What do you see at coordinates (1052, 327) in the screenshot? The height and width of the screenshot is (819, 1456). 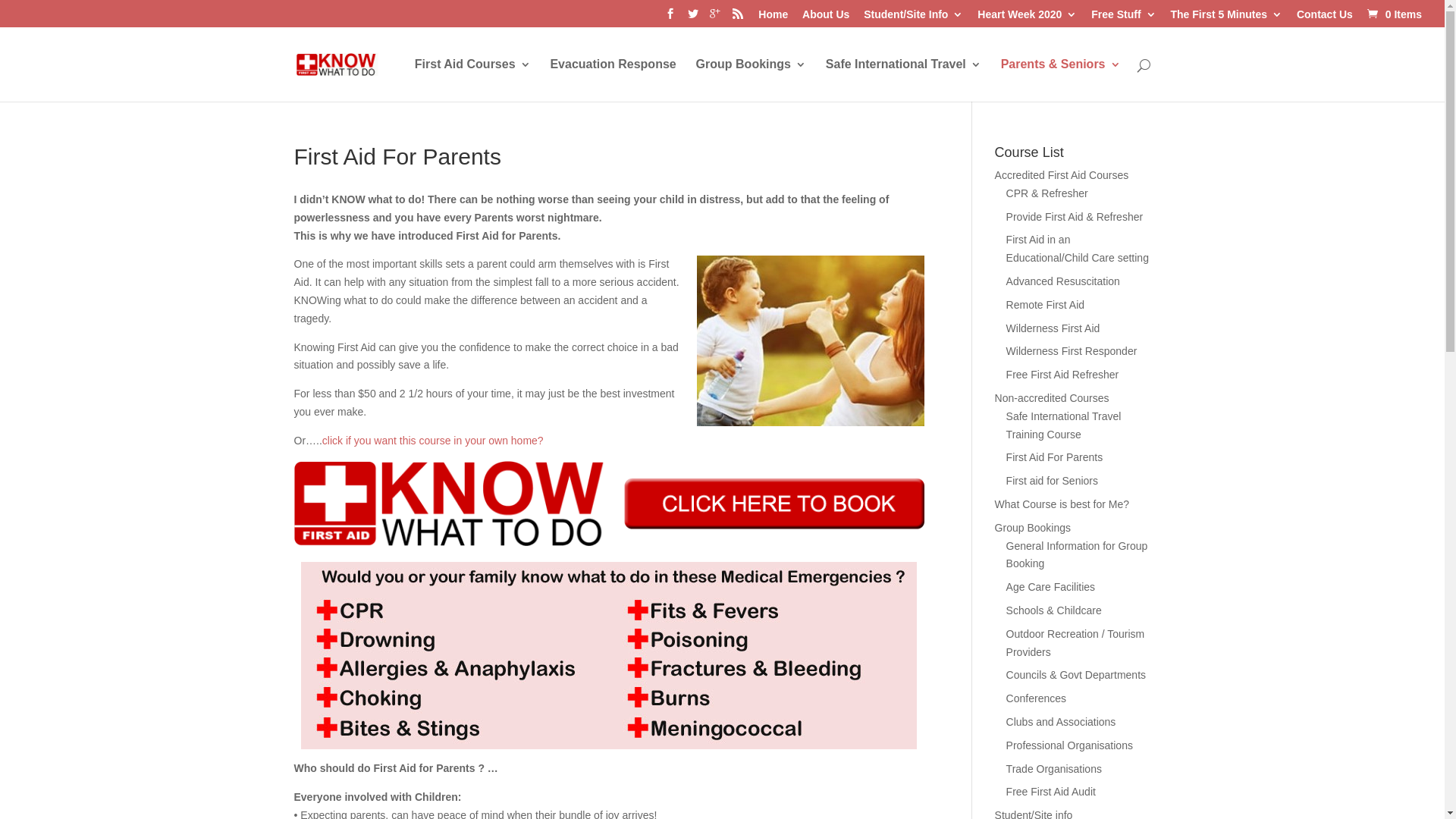 I see `'Wilderness First Aid'` at bounding box center [1052, 327].